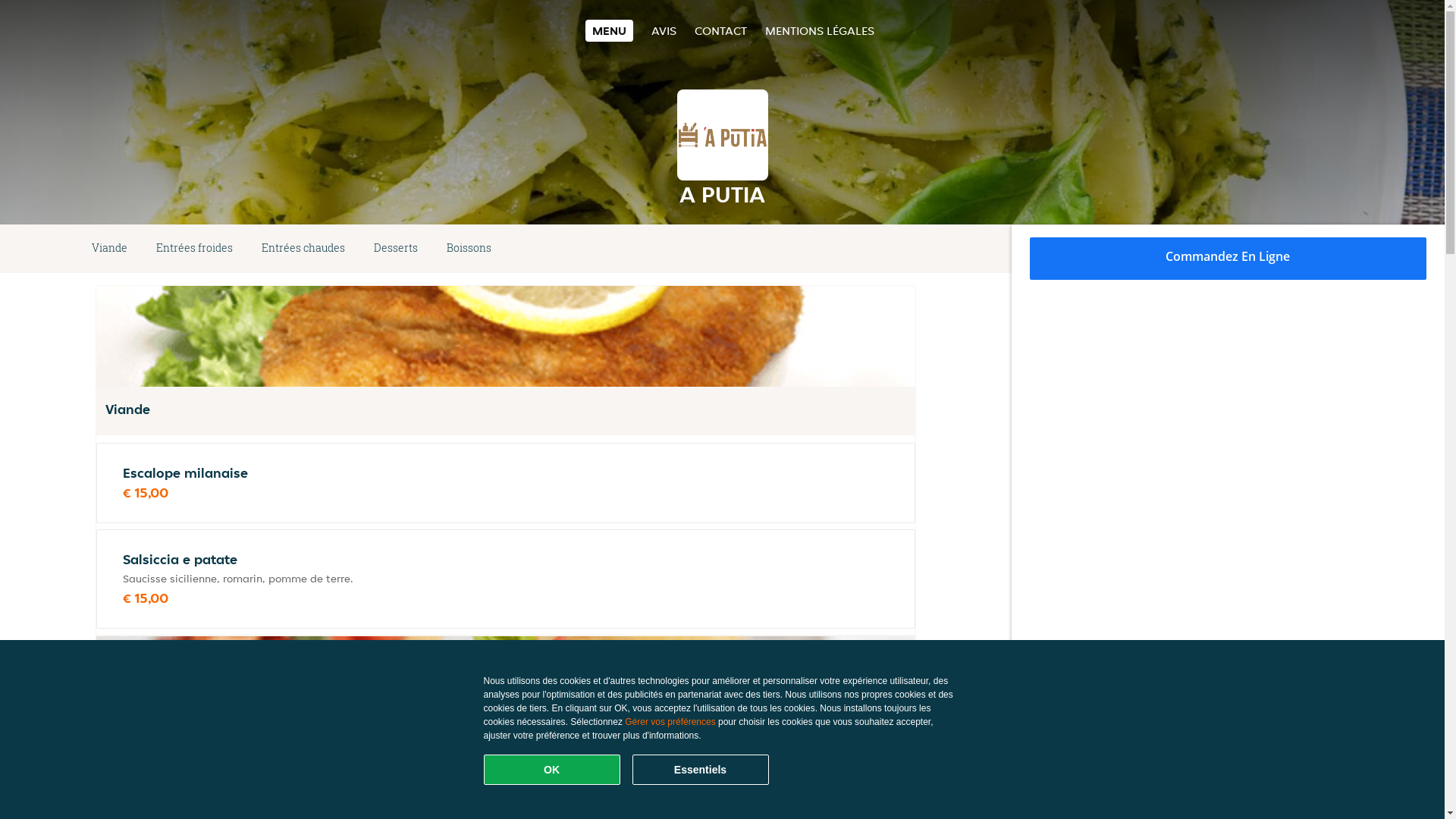 The height and width of the screenshot is (819, 1456). I want to click on 'AVIS', so click(664, 30).